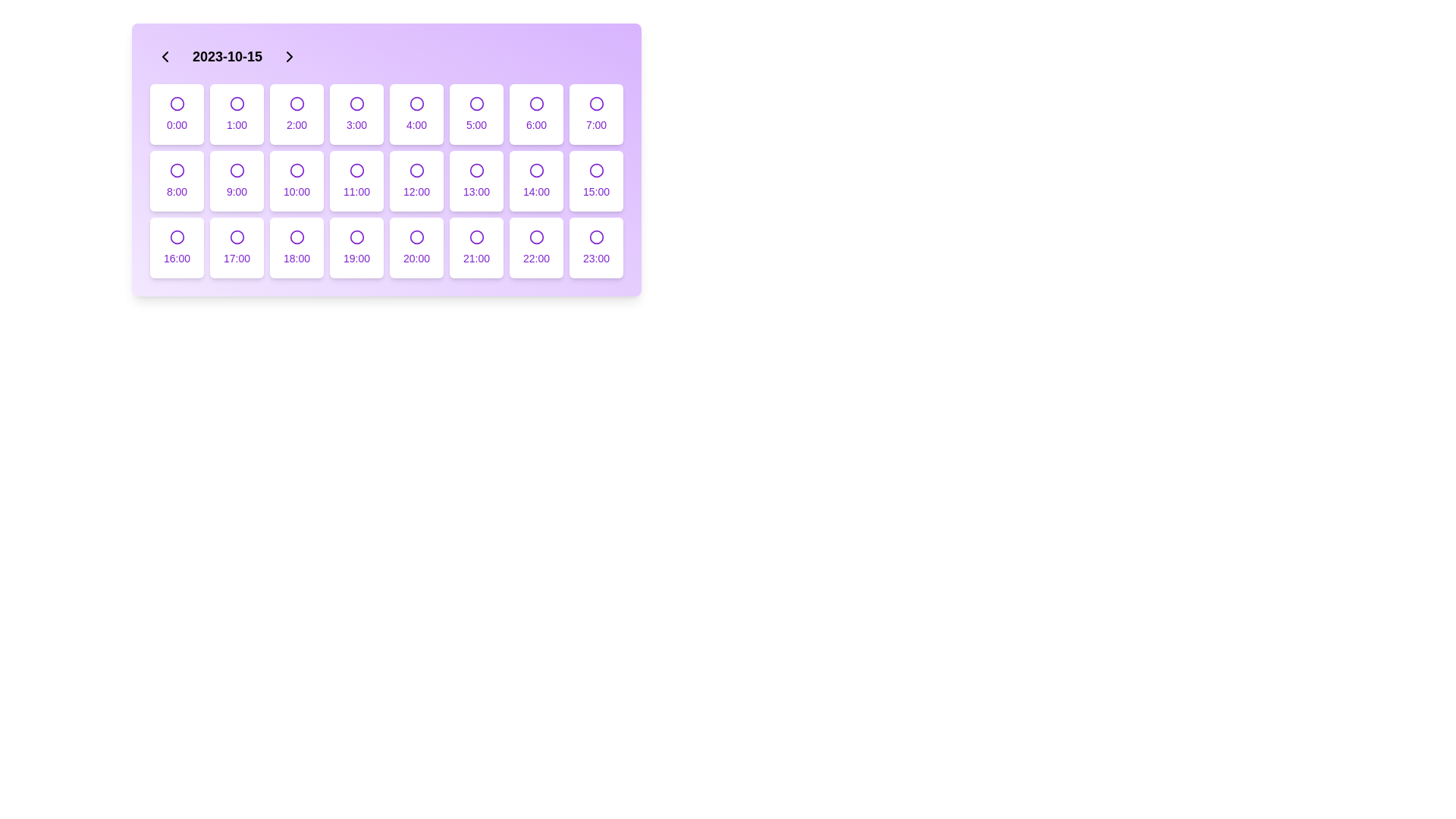  I want to click on the circular indicator with a purple border located in the center of the box labeled '22:00', so click(536, 237).